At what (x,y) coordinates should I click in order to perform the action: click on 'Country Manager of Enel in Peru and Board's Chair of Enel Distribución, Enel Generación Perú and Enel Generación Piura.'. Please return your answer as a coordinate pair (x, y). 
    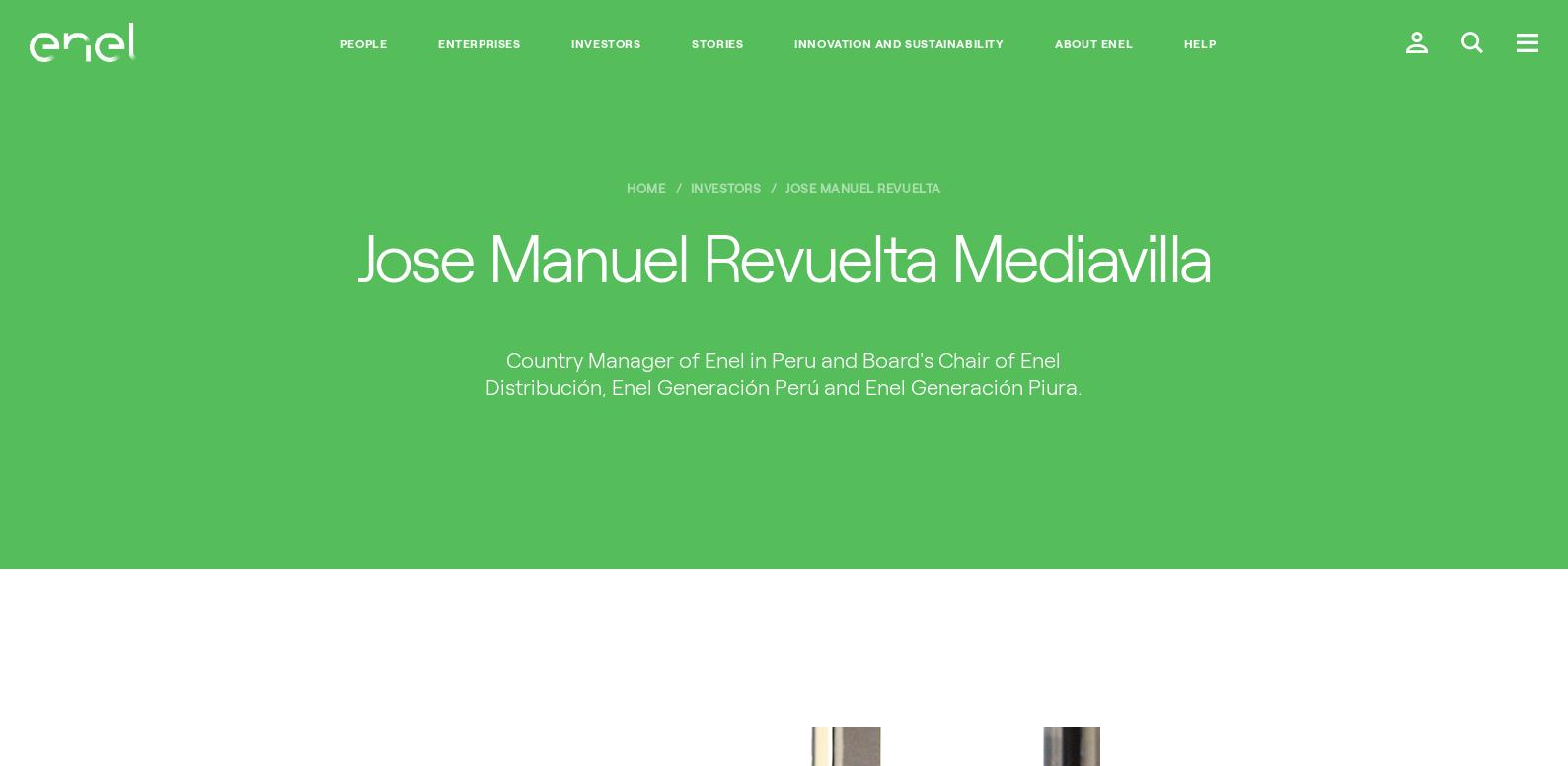
    Looking at the image, I should click on (783, 372).